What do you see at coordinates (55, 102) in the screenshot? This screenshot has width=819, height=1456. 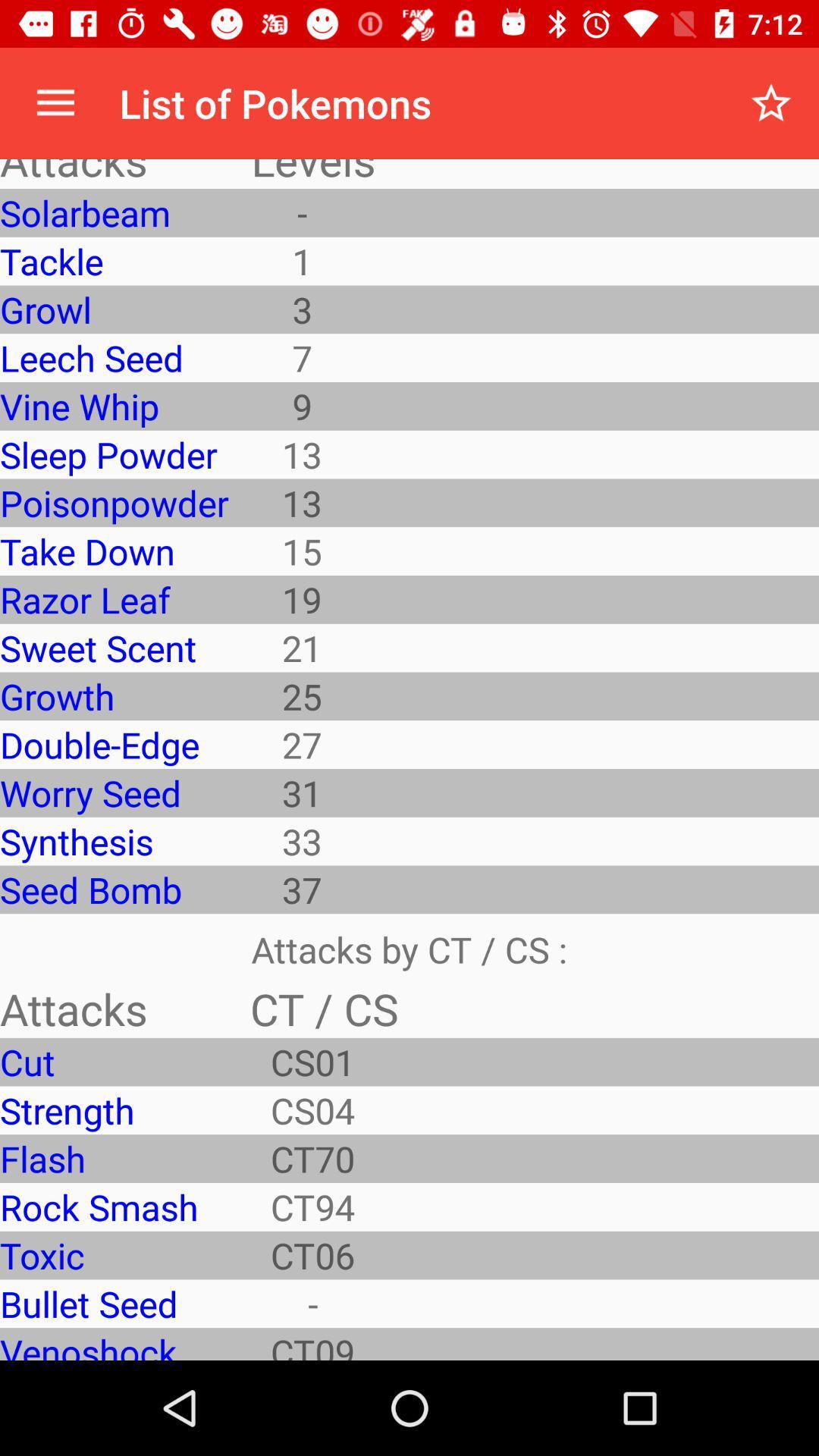 I see `app next to the list of pokemons app` at bounding box center [55, 102].